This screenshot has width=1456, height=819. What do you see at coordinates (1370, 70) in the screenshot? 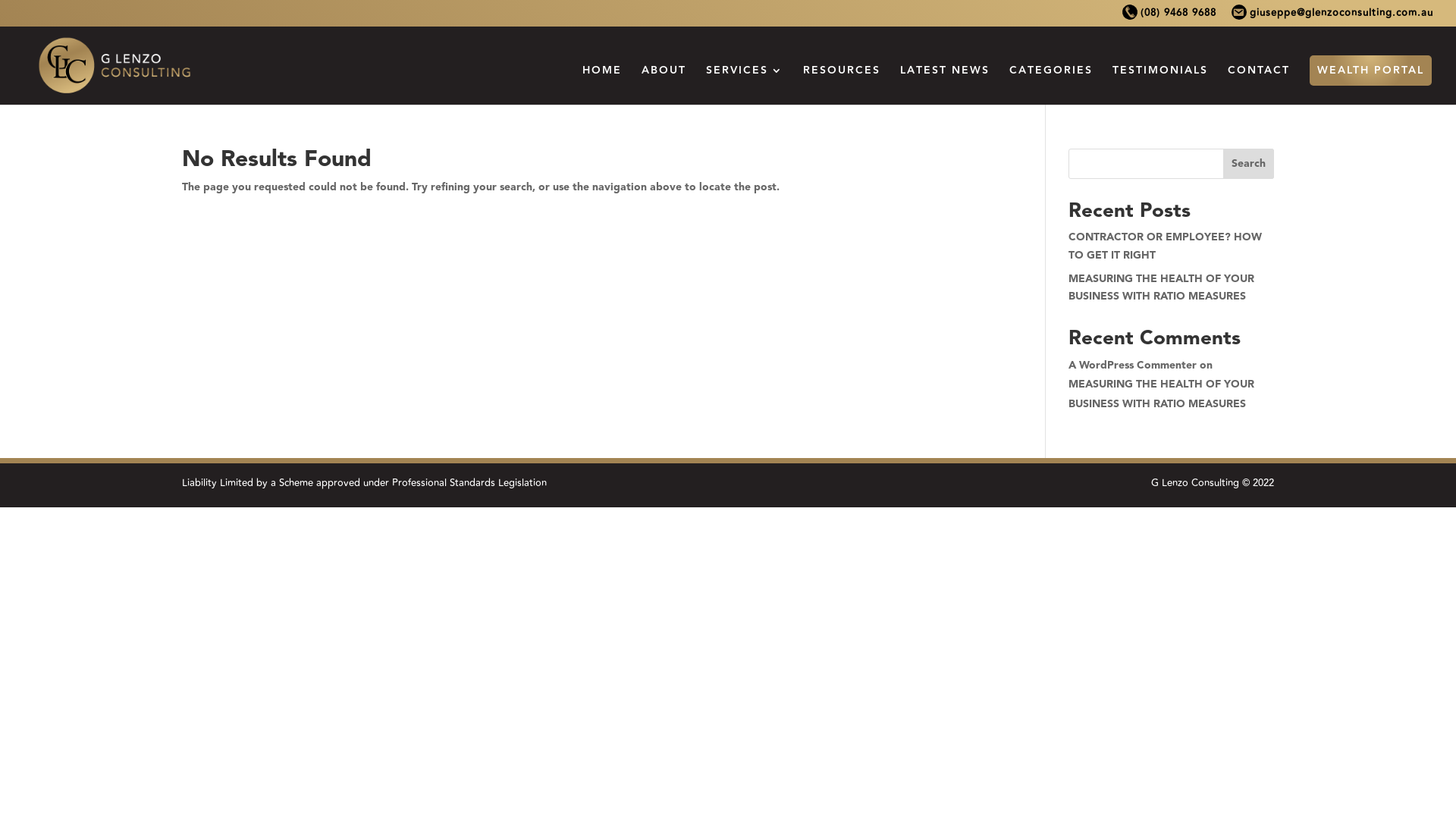
I see `'WEALTH PORTAL'` at bounding box center [1370, 70].